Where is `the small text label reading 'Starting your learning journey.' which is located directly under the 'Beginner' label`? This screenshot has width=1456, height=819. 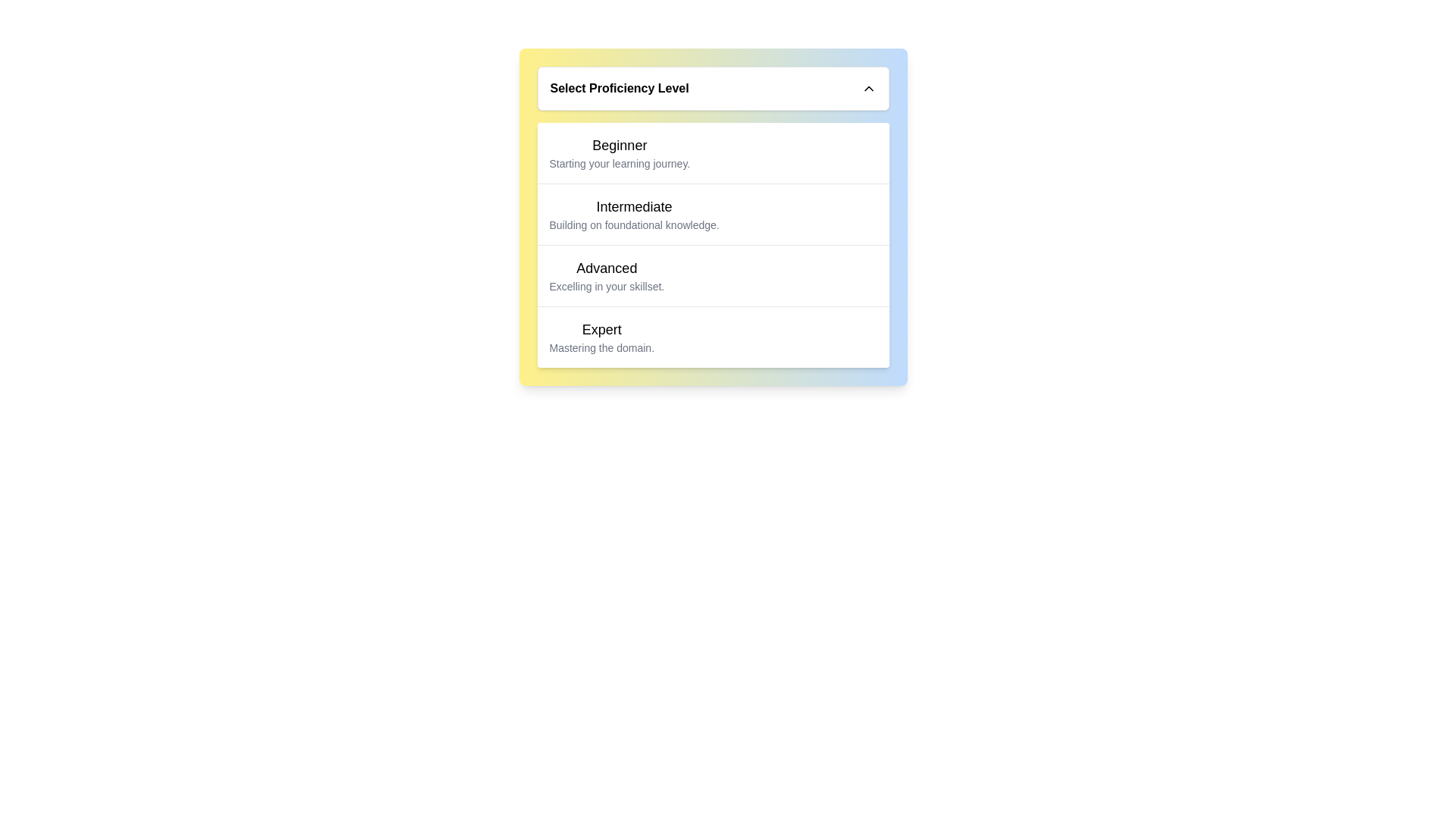
the small text label reading 'Starting your learning journey.' which is located directly under the 'Beginner' label is located at coordinates (620, 164).